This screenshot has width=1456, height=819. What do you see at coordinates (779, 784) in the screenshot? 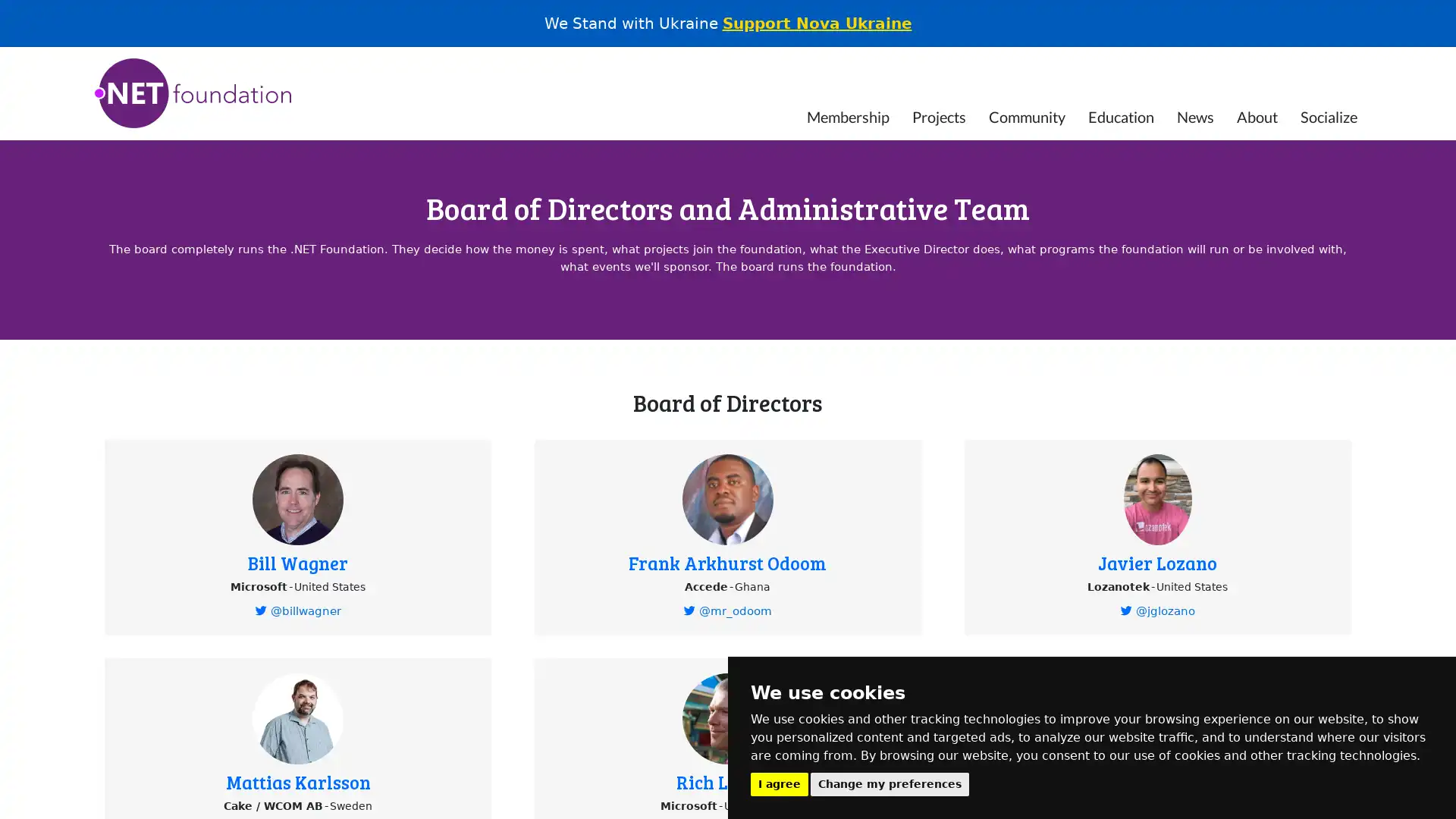
I see `I agree` at bounding box center [779, 784].